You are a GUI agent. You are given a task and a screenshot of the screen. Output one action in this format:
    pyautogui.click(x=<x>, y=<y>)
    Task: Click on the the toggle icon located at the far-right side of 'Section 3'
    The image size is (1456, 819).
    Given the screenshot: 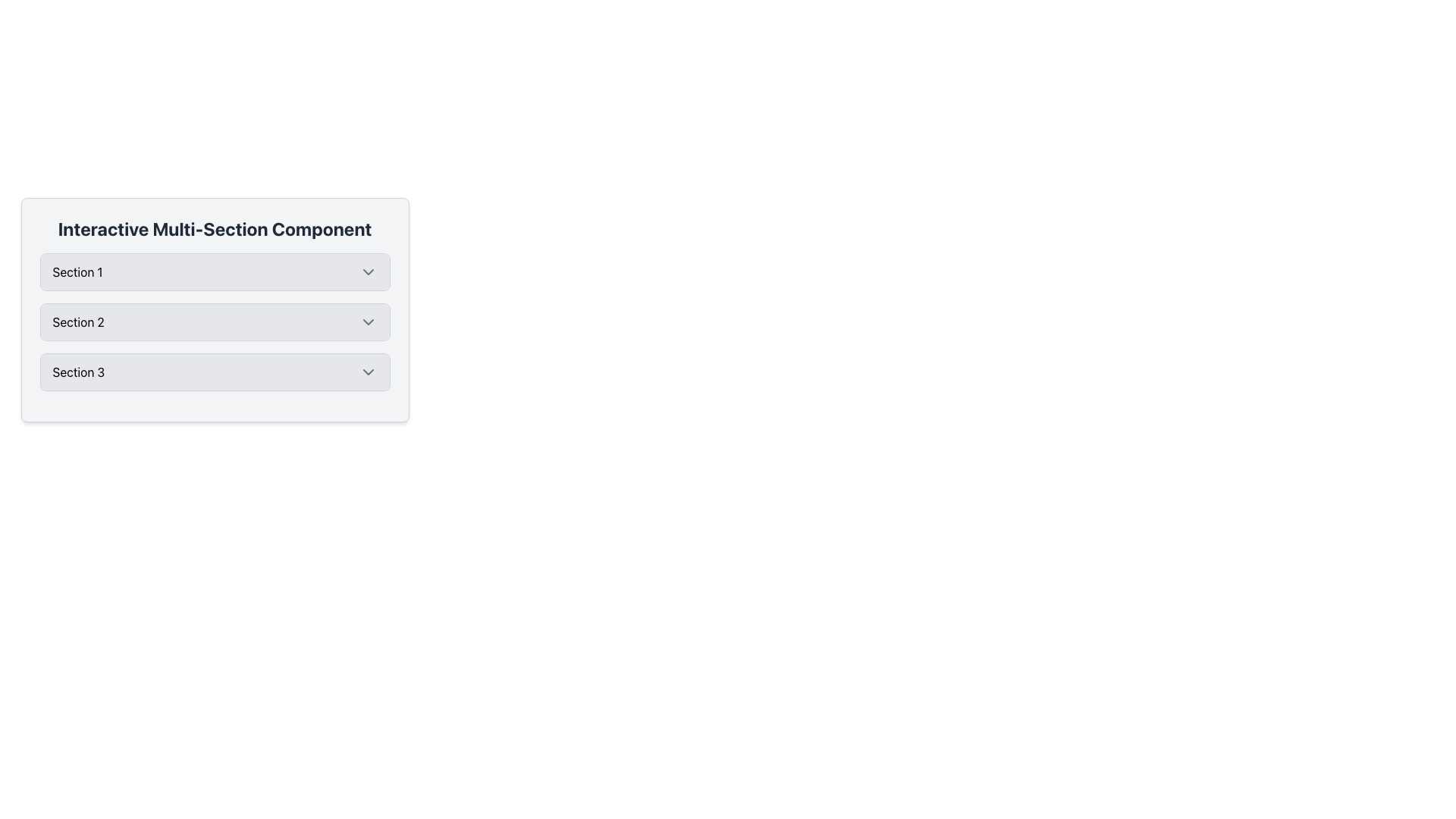 What is the action you would take?
    pyautogui.click(x=368, y=372)
    